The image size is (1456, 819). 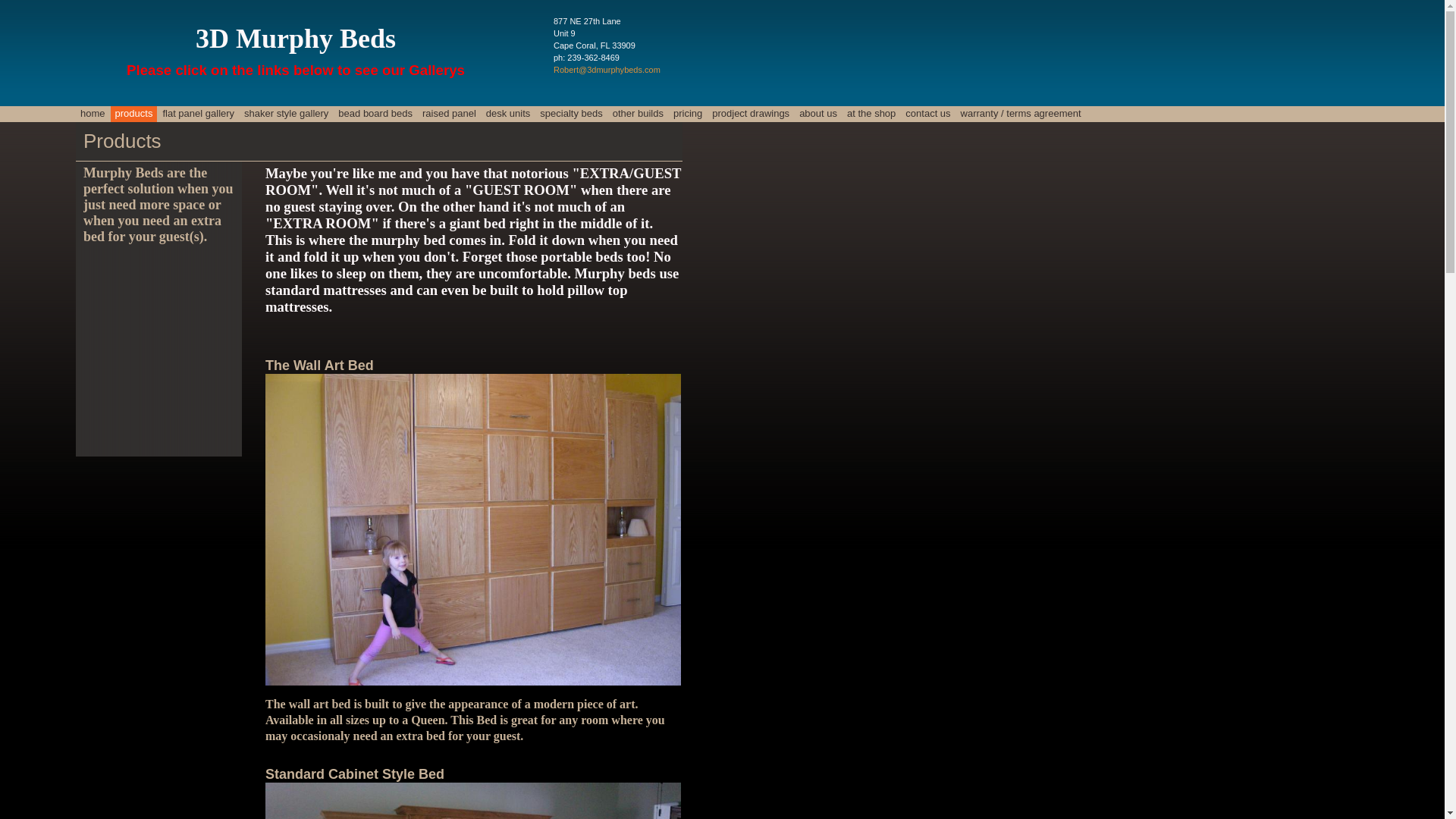 I want to click on 'pricing', so click(x=687, y=113).